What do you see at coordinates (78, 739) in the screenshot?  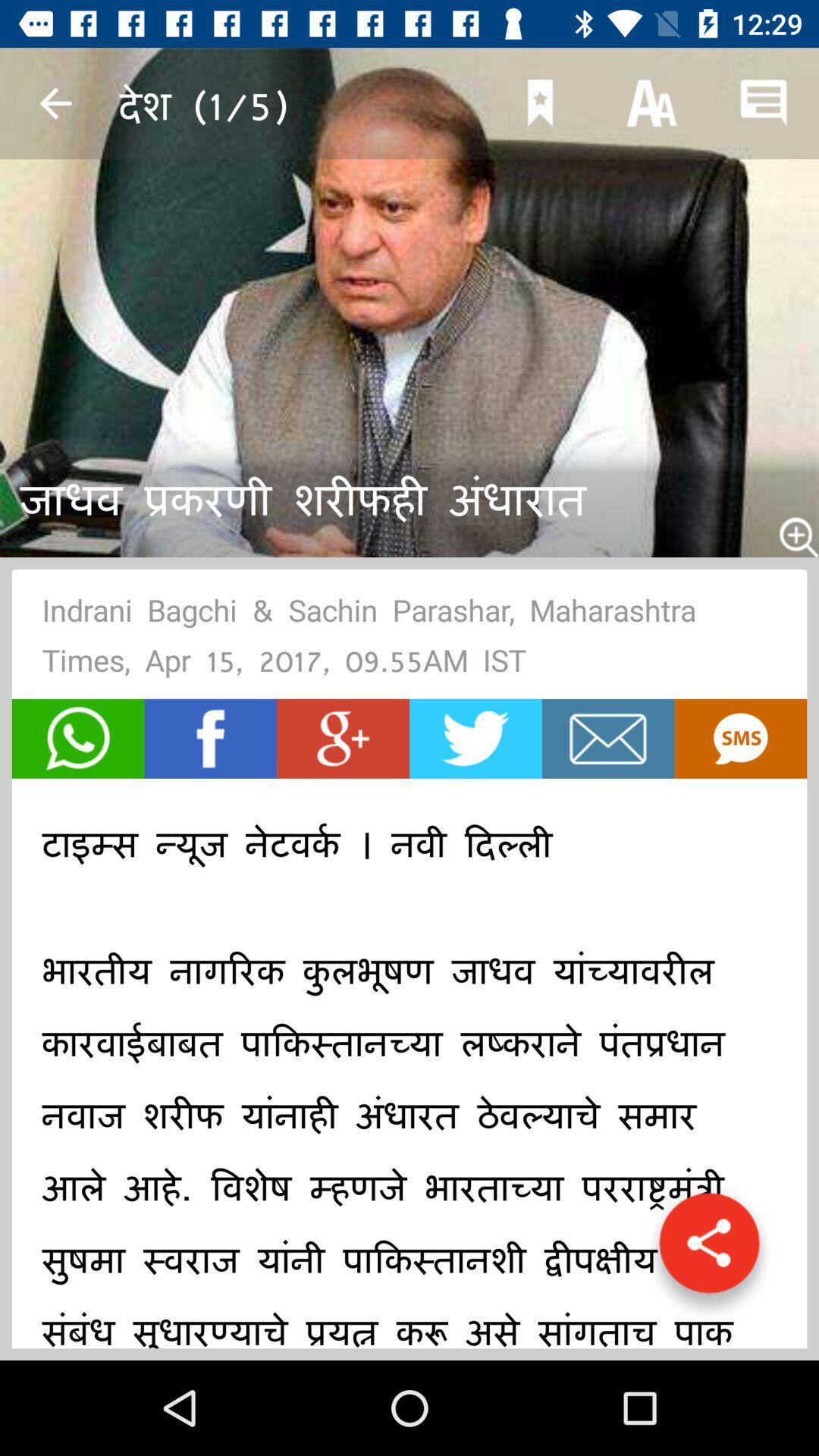 I see `share on whatsapp` at bounding box center [78, 739].